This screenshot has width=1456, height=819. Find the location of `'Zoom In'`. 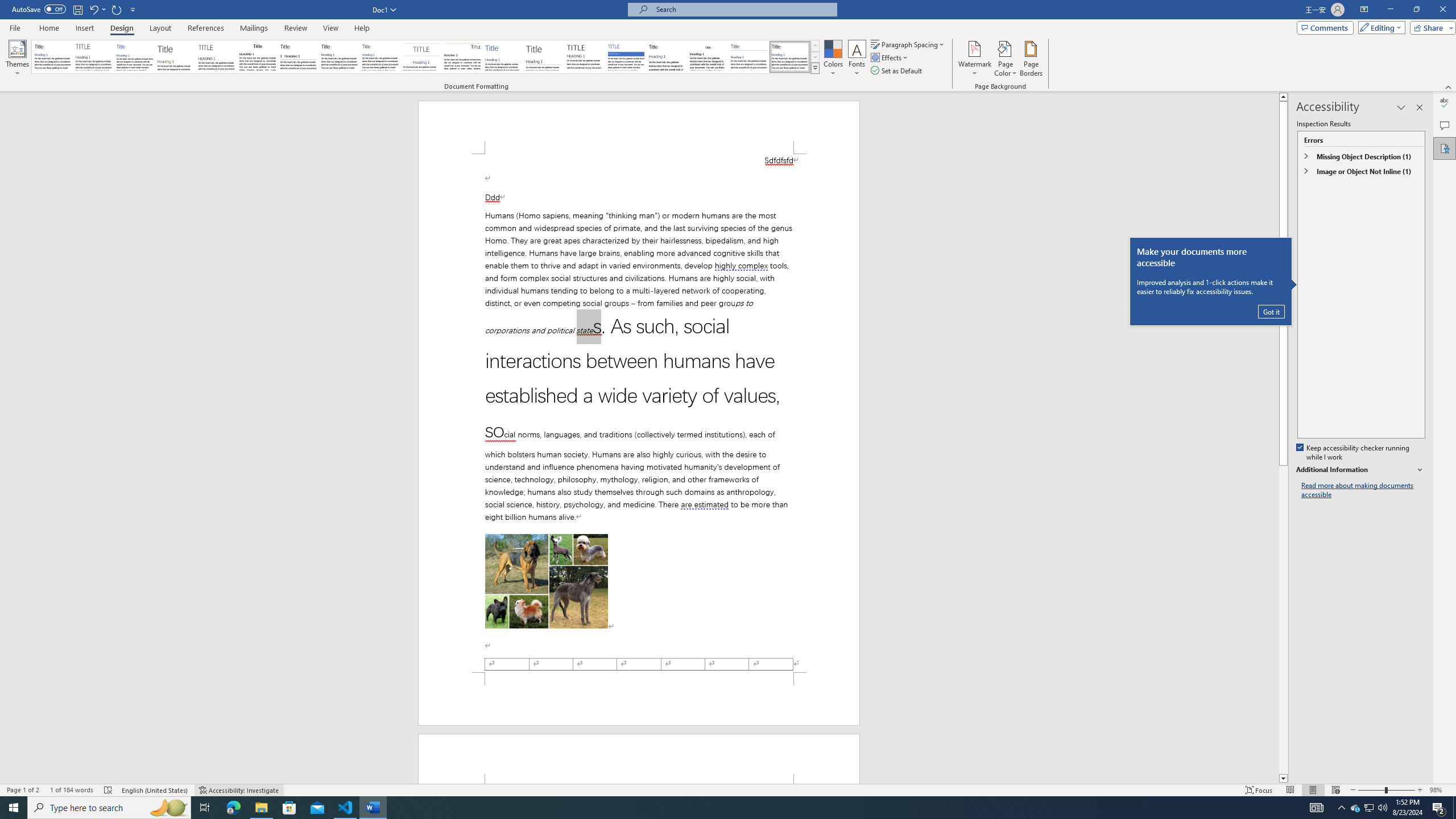

'Zoom In' is located at coordinates (1420, 790).